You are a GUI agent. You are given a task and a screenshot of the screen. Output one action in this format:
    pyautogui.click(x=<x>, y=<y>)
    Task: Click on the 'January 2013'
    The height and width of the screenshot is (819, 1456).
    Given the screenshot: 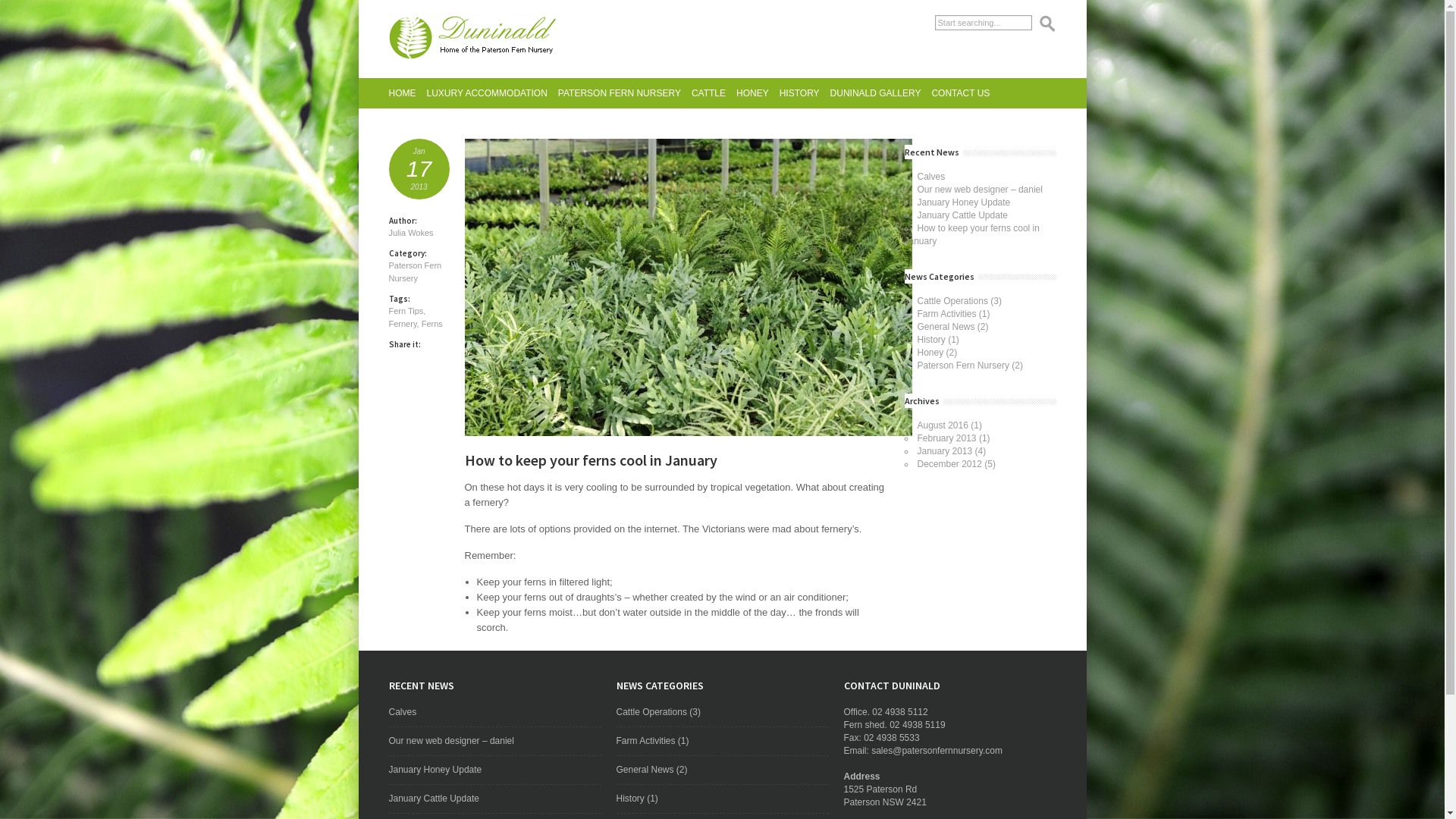 What is the action you would take?
    pyautogui.click(x=944, y=450)
    